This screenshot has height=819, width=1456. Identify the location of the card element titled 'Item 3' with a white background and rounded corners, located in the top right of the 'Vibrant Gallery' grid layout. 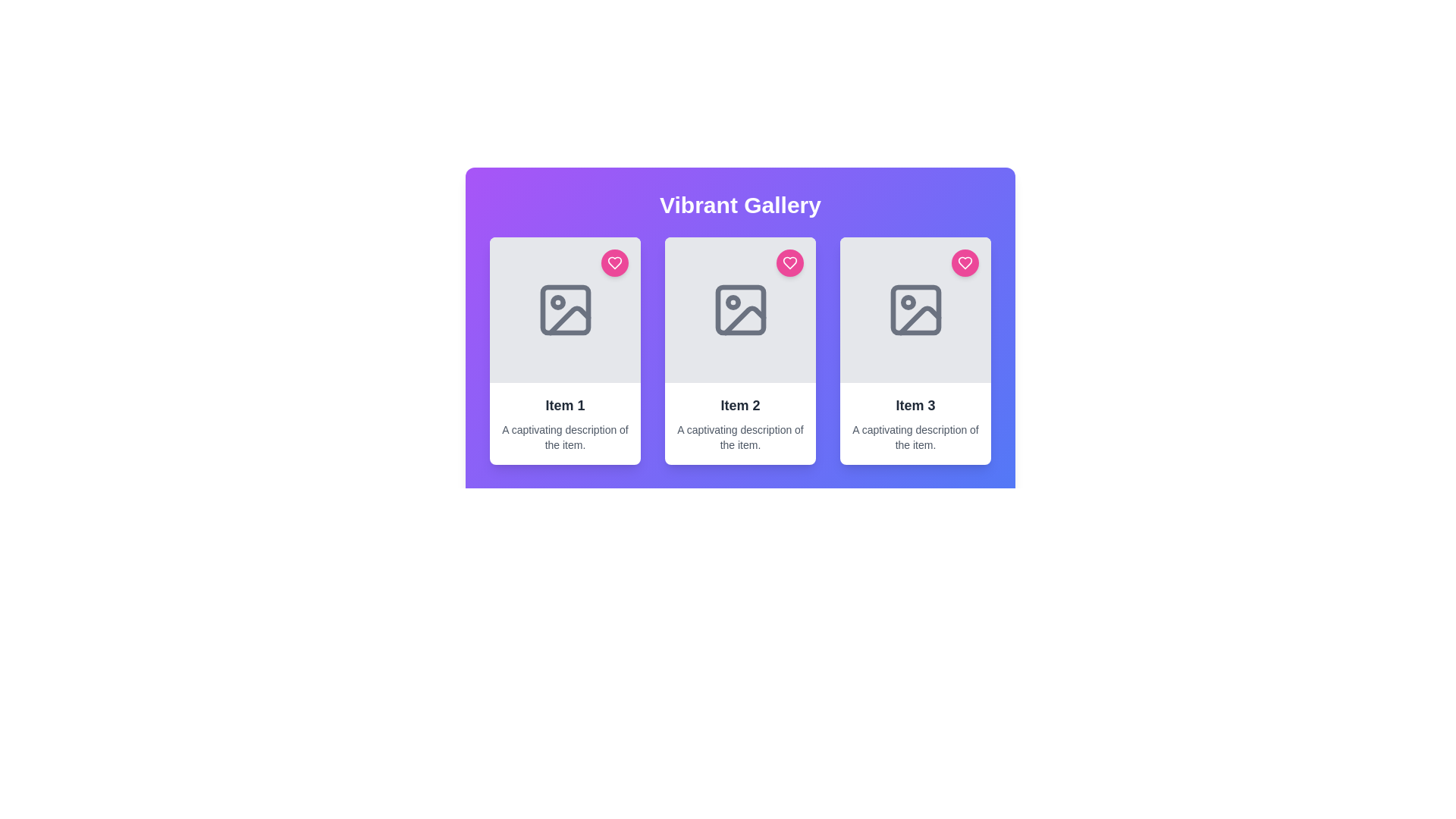
(915, 350).